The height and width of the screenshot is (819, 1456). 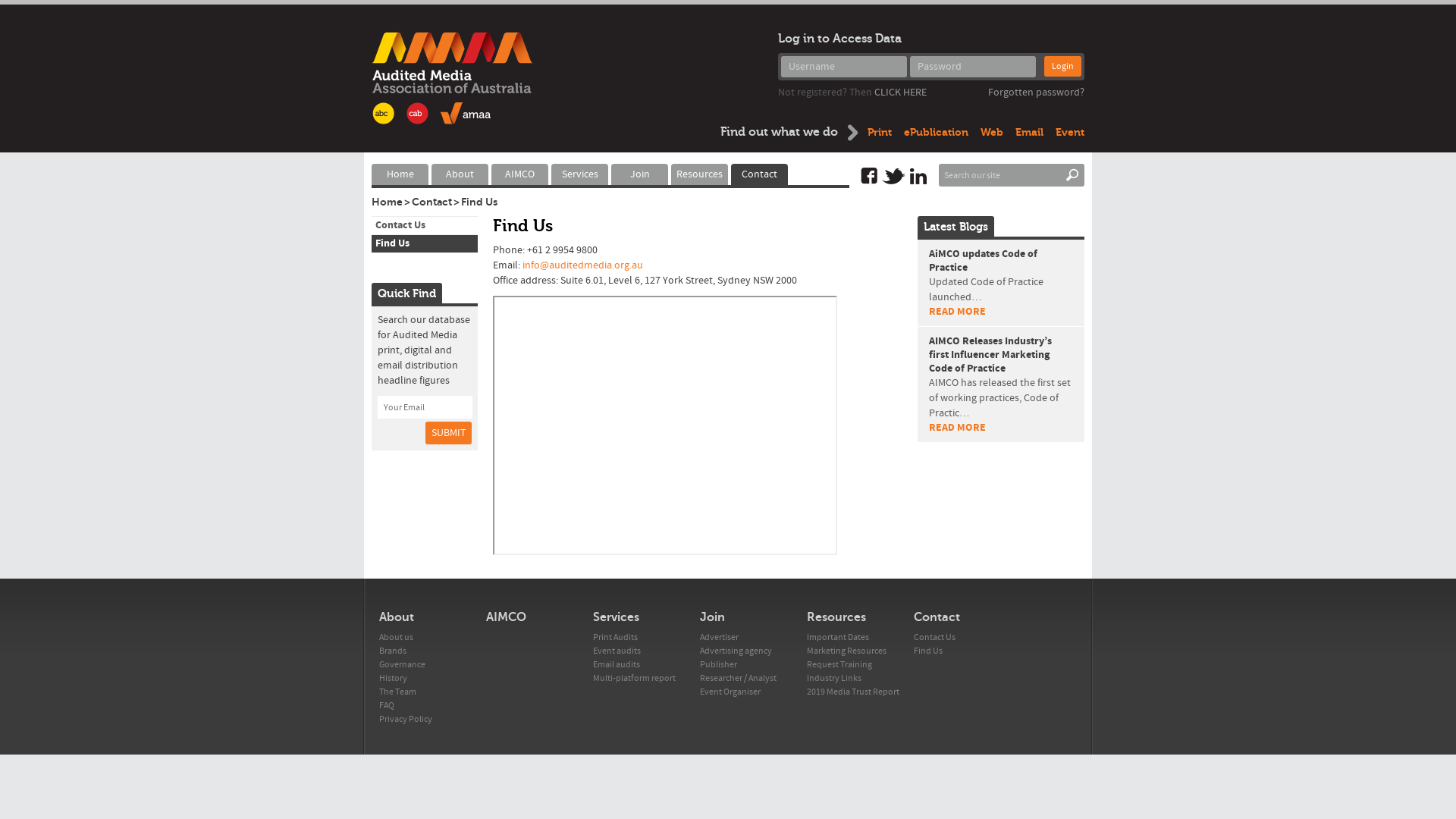 What do you see at coordinates (893, 174) in the screenshot?
I see `'Twitter'` at bounding box center [893, 174].